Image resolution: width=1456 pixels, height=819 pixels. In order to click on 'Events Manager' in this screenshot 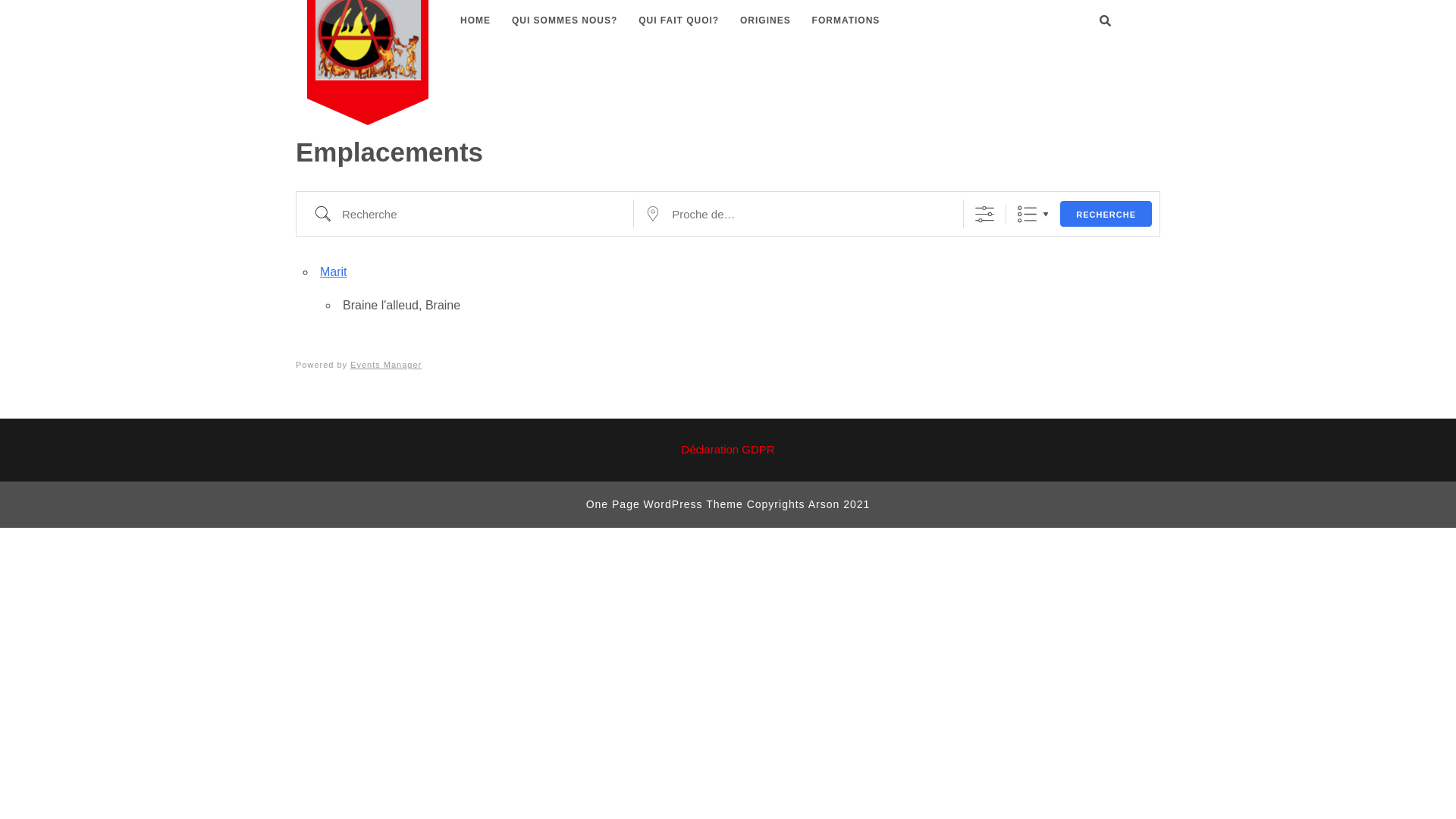, I will do `click(385, 365)`.